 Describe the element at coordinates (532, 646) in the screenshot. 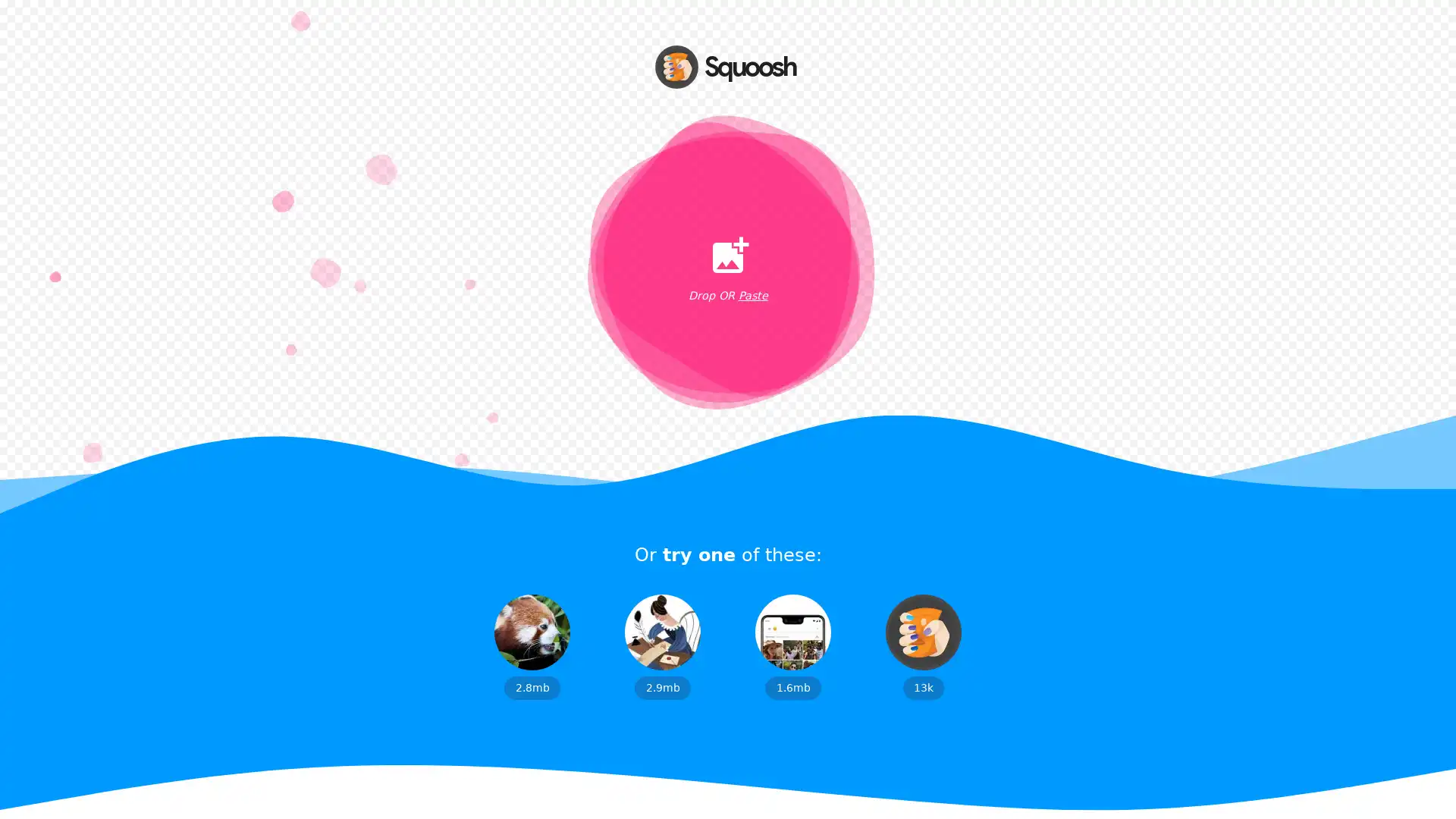

I see `Large photo 2.8mb` at that location.